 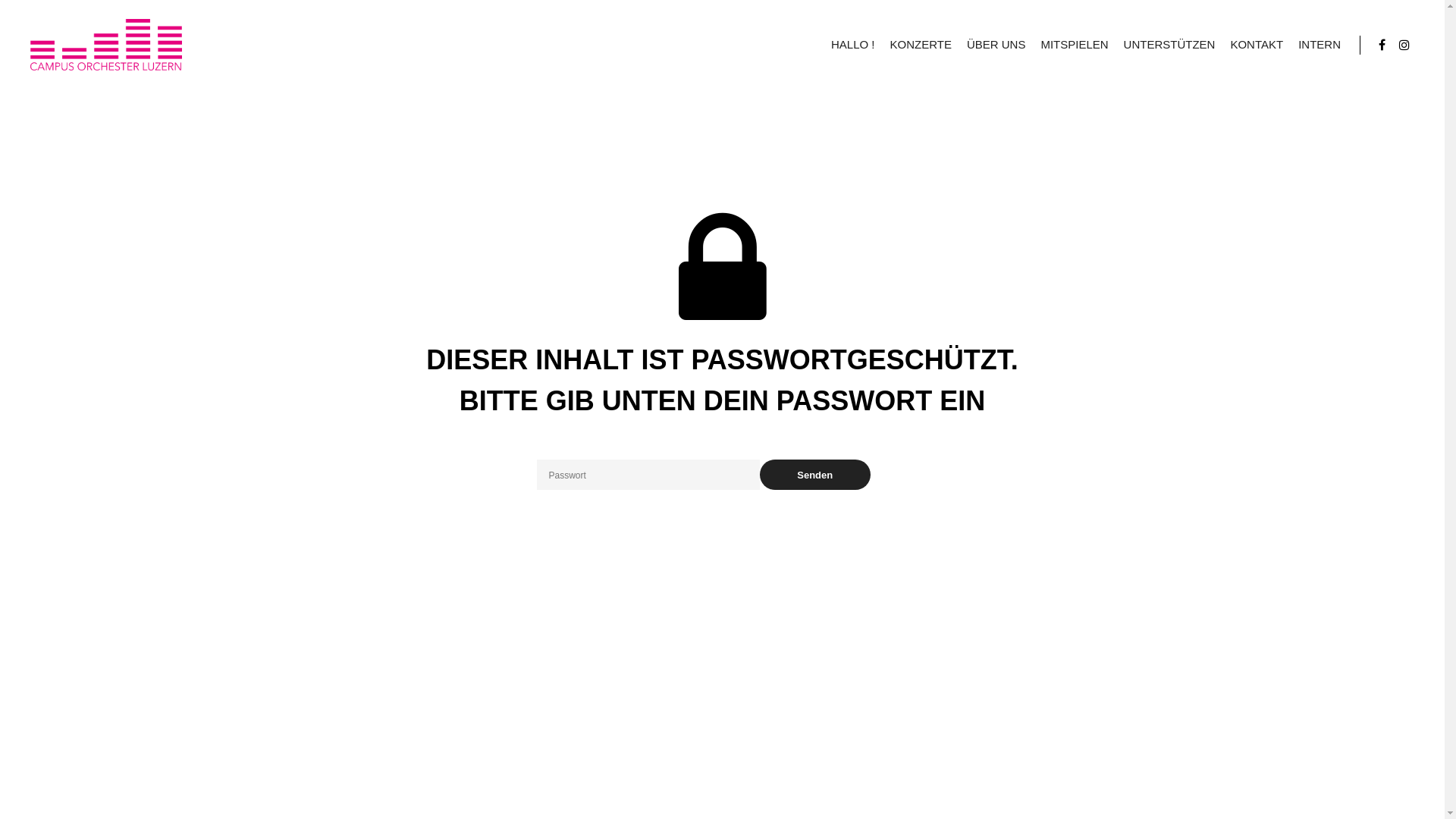 I want to click on 'HALLO !', so click(x=852, y=43).